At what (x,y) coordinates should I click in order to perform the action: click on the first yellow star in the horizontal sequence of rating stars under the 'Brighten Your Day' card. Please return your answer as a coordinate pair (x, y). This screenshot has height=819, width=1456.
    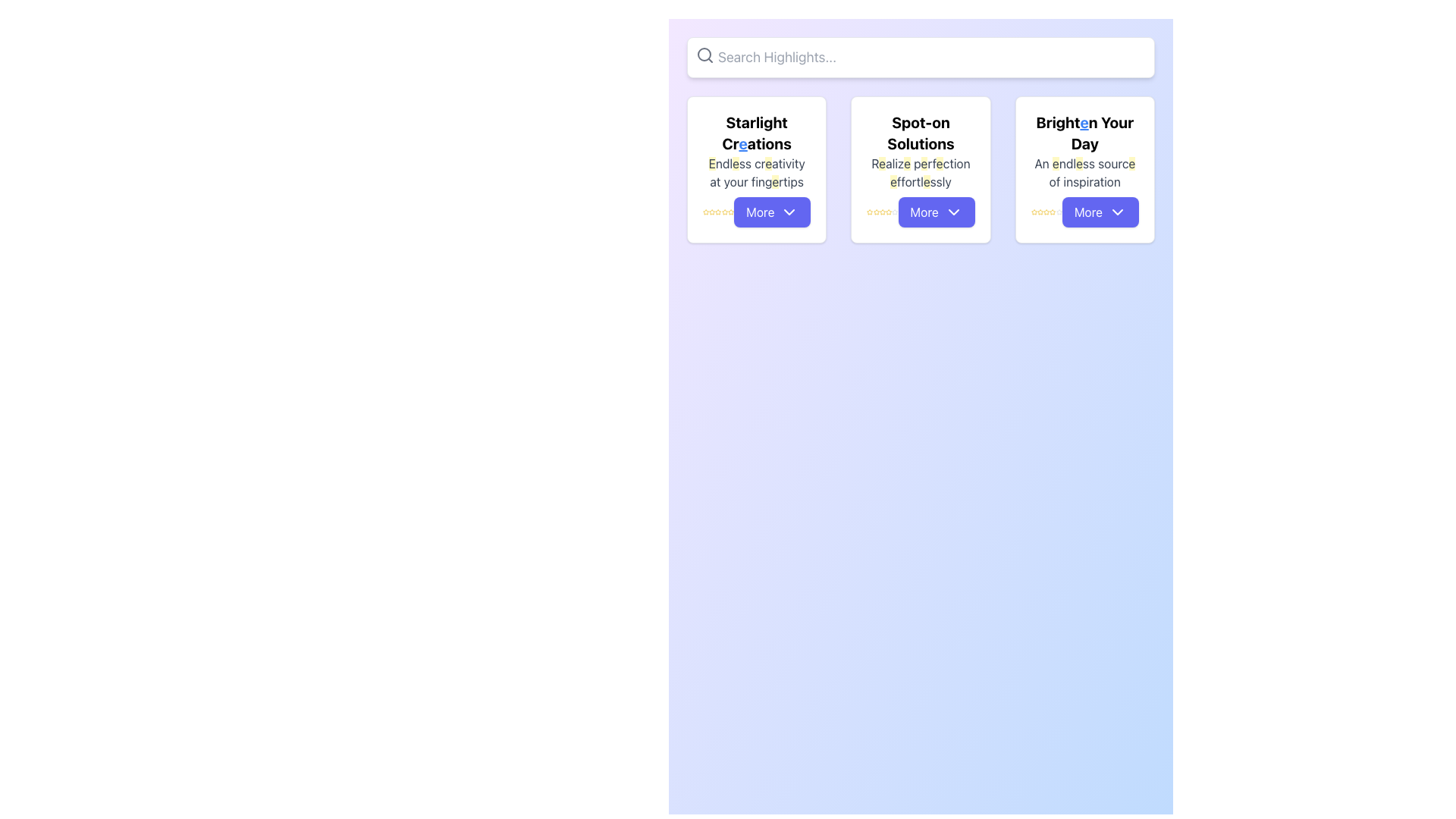
    Looking at the image, I should click on (1033, 212).